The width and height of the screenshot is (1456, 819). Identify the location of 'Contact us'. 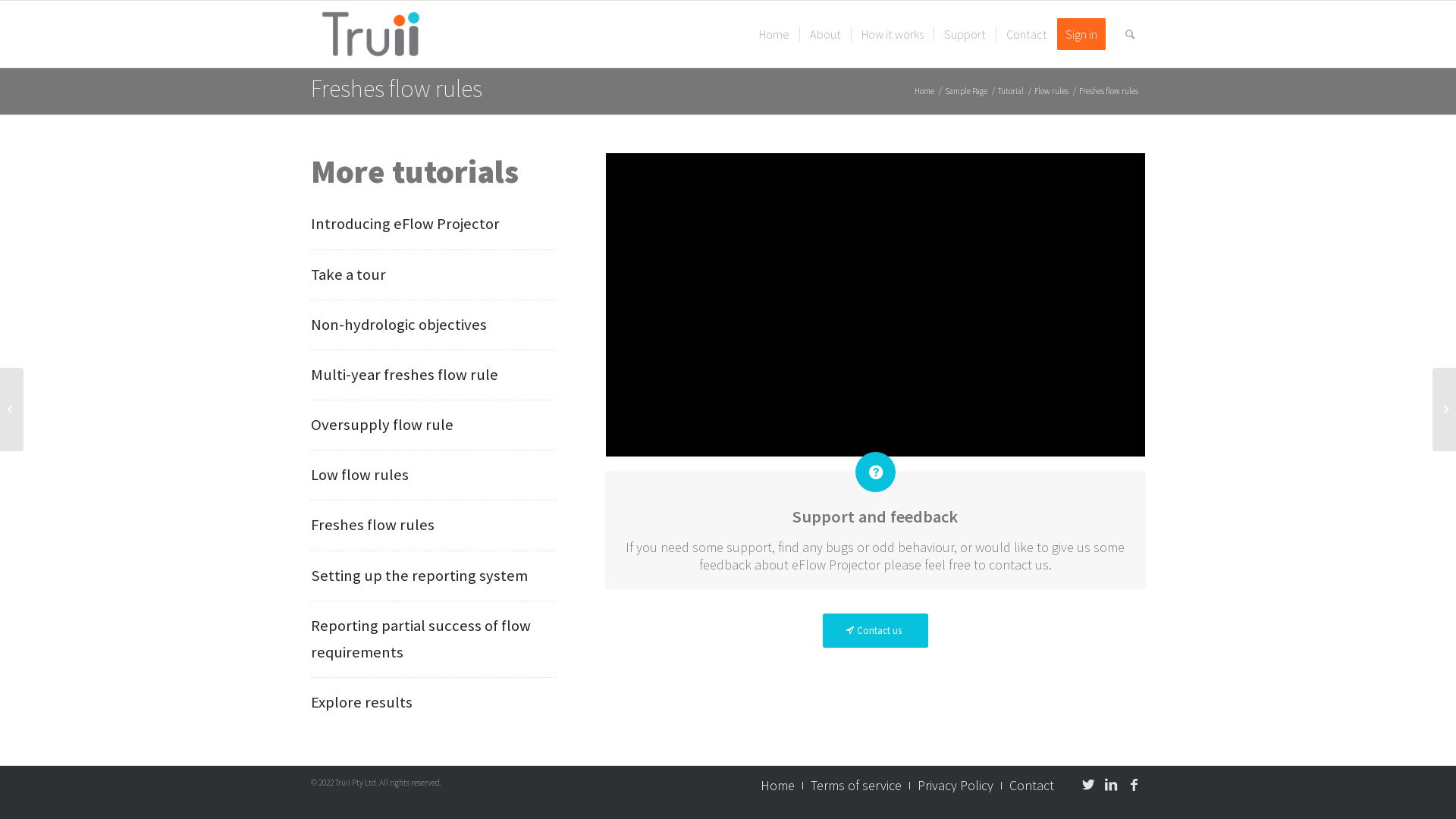
(875, 630).